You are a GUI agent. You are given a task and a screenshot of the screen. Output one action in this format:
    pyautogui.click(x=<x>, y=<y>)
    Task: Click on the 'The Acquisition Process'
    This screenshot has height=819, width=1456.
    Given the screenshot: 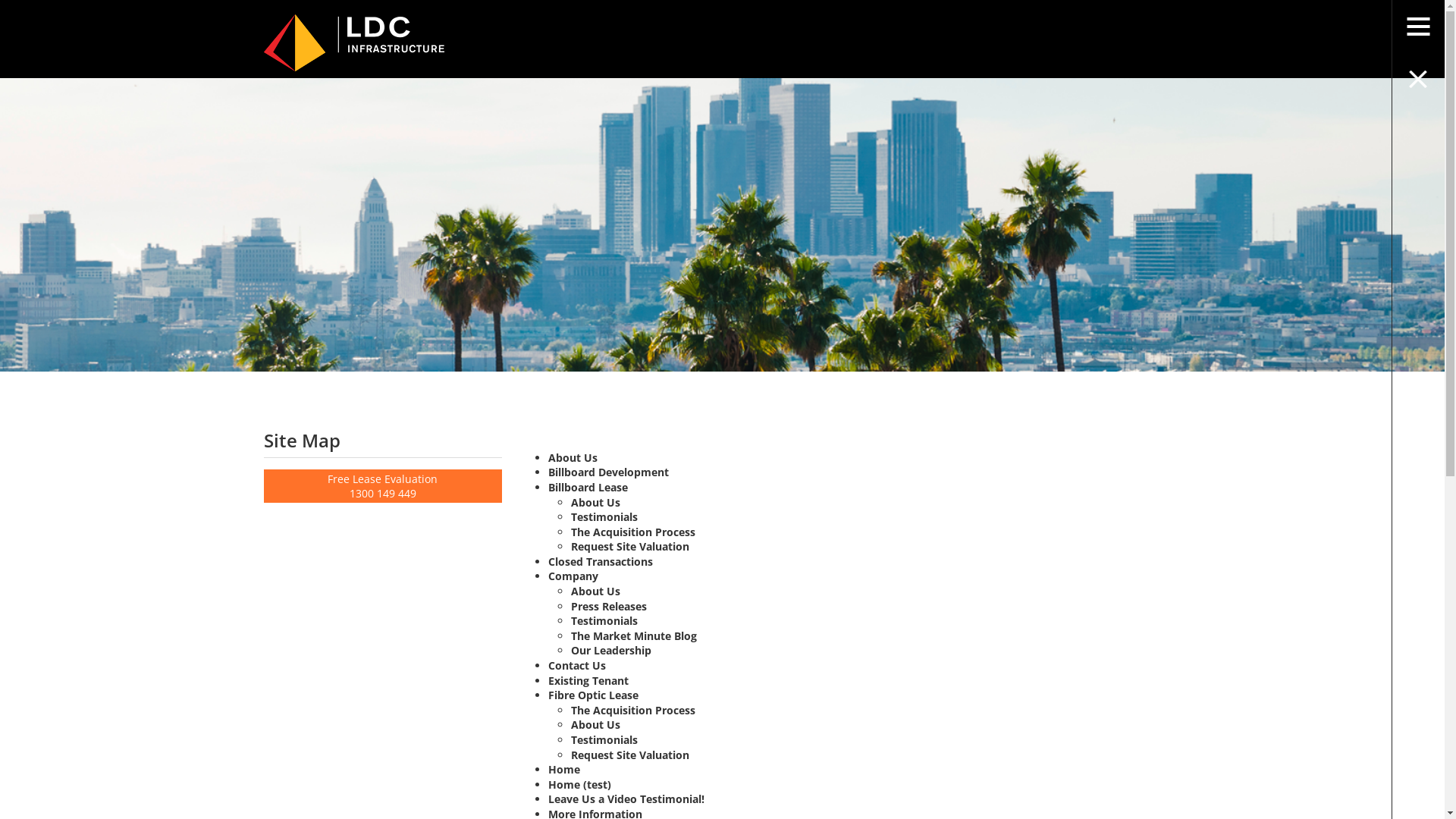 What is the action you would take?
    pyautogui.click(x=633, y=710)
    